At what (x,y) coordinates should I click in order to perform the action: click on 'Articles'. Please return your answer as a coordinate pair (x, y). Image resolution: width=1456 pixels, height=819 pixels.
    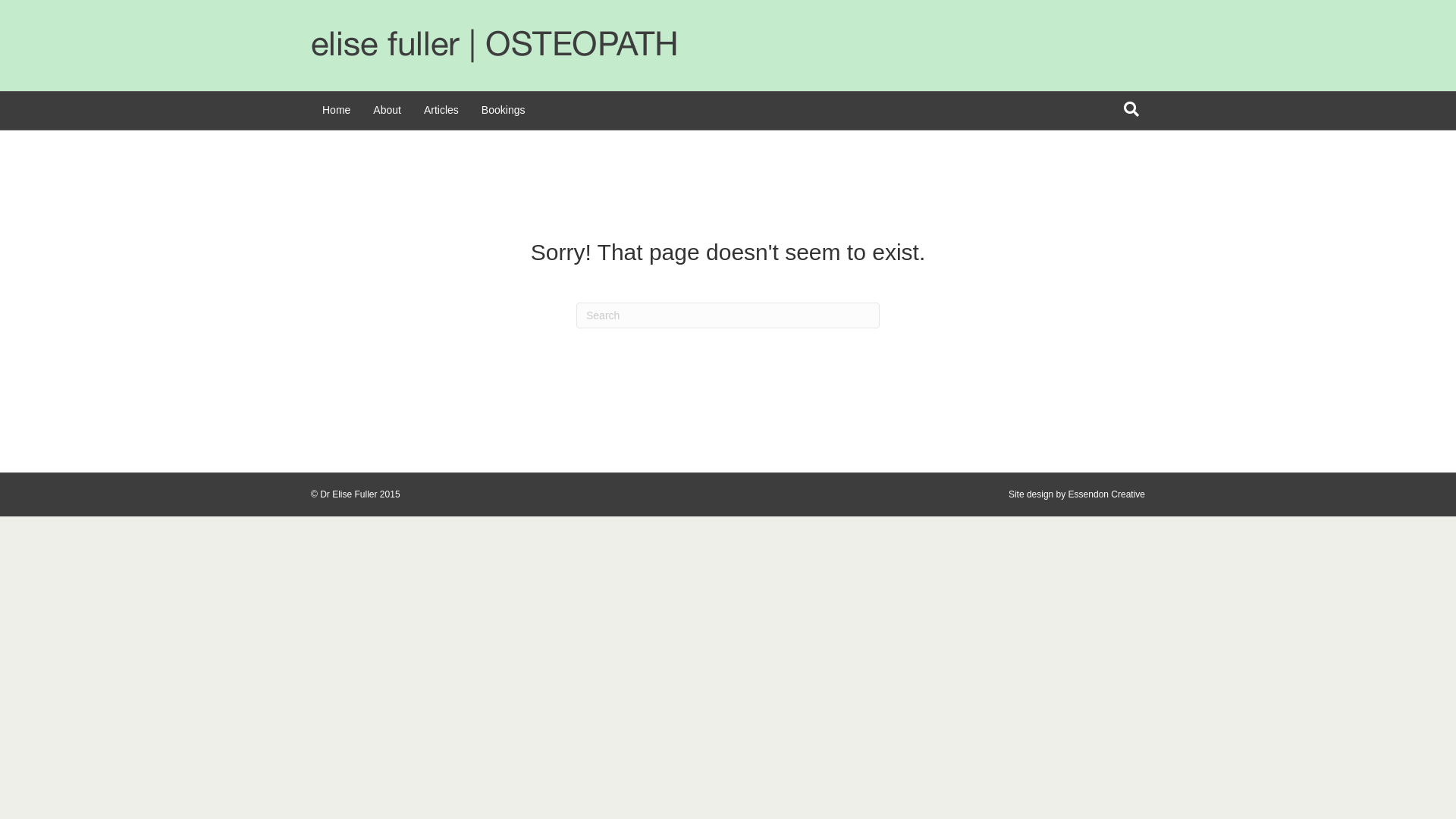
    Looking at the image, I should click on (412, 110).